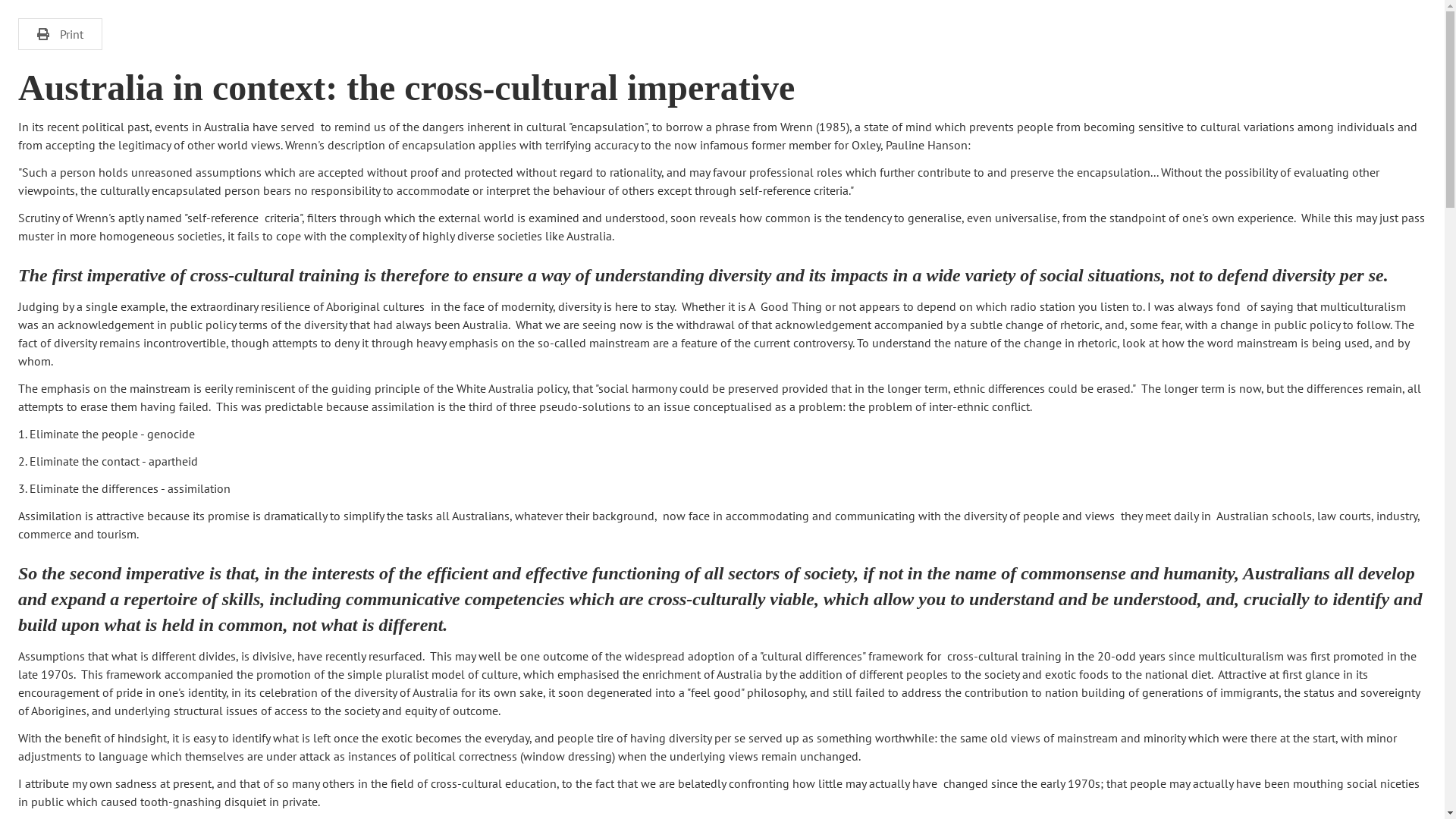 Image resolution: width=1456 pixels, height=819 pixels. Describe the element at coordinates (36, 34) in the screenshot. I see `'Print'` at that location.